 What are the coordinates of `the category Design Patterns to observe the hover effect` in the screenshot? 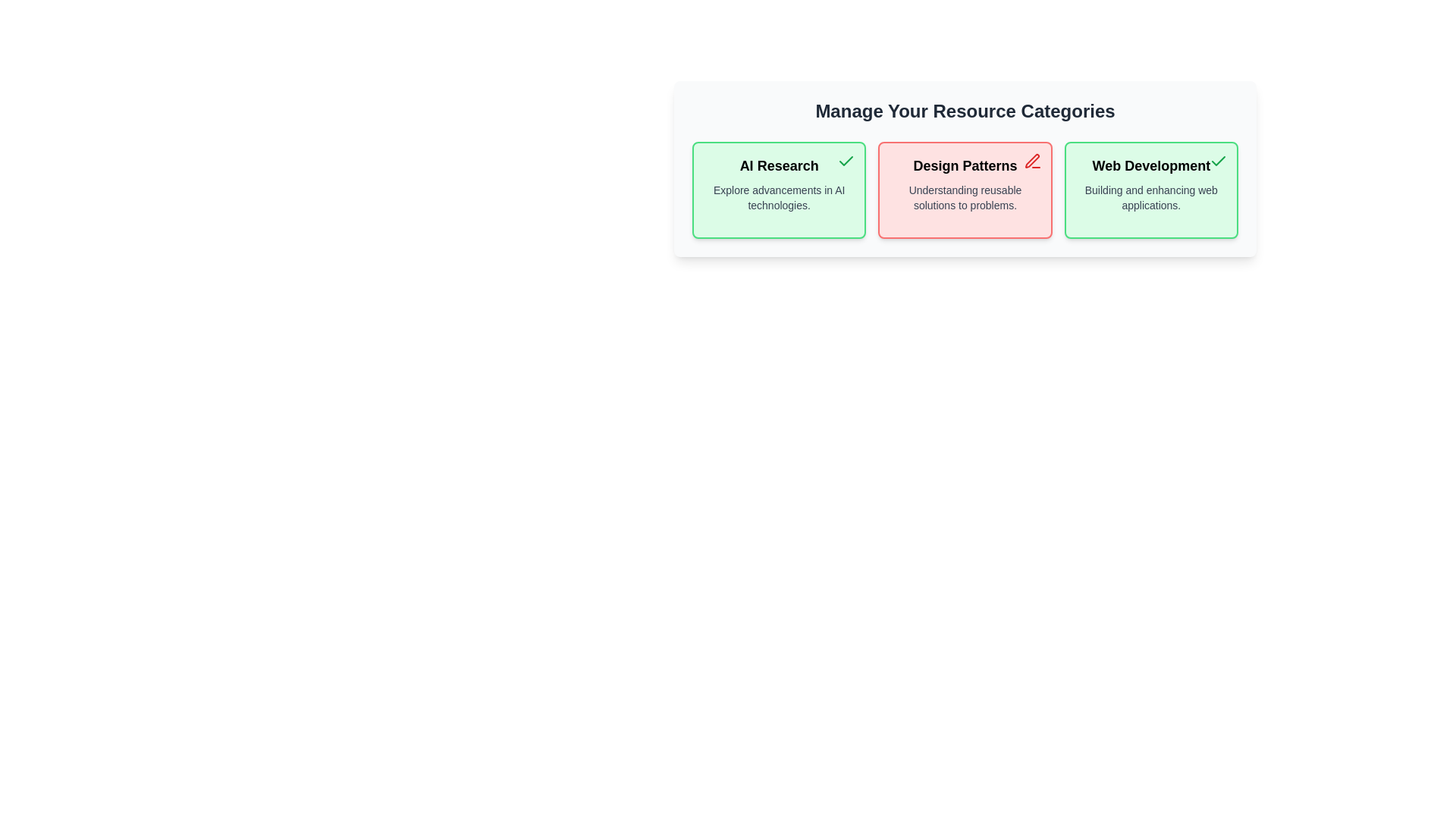 It's located at (964, 189).